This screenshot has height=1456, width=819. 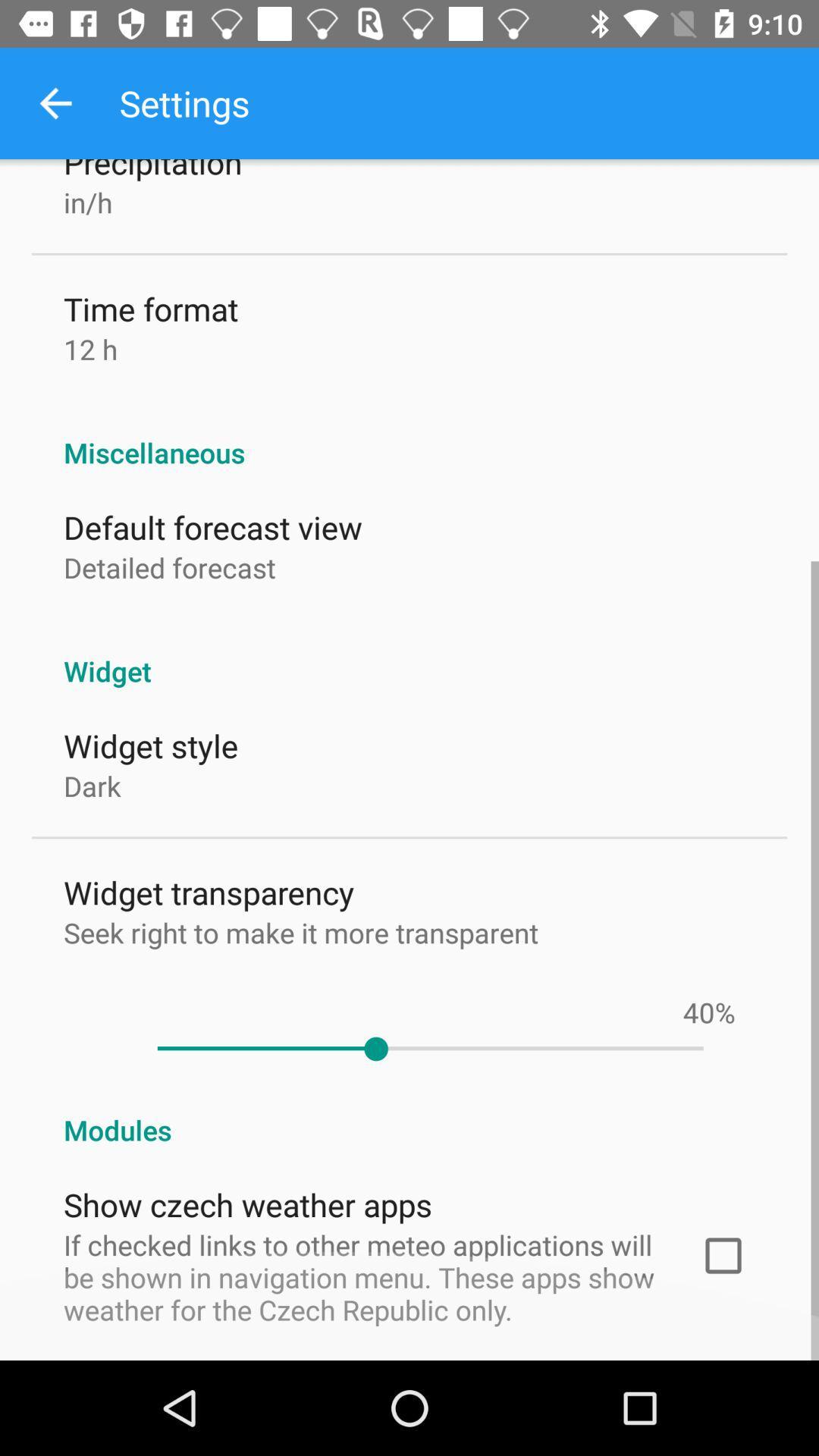 What do you see at coordinates (724, 1012) in the screenshot?
I see `the icon below widget icon` at bounding box center [724, 1012].